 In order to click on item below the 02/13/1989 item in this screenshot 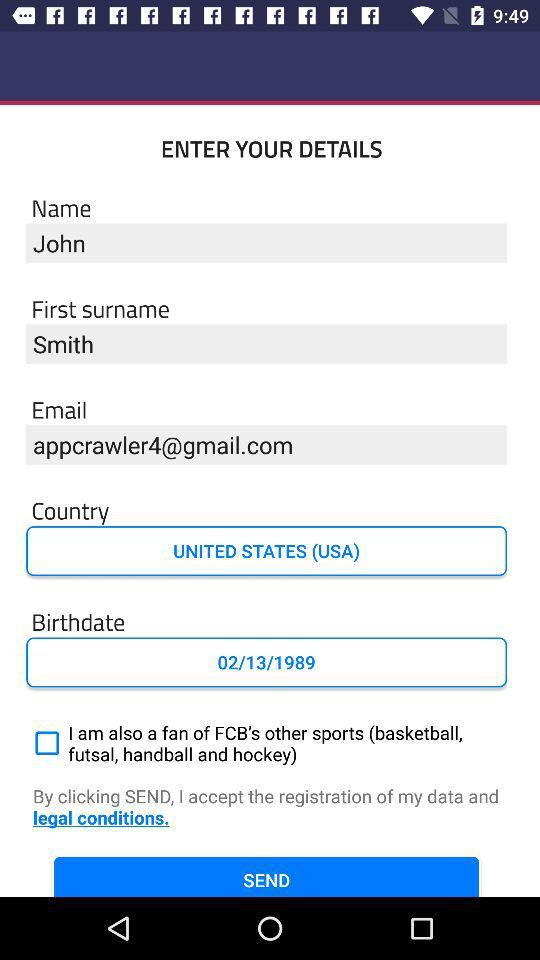, I will do `click(266, 742)`.